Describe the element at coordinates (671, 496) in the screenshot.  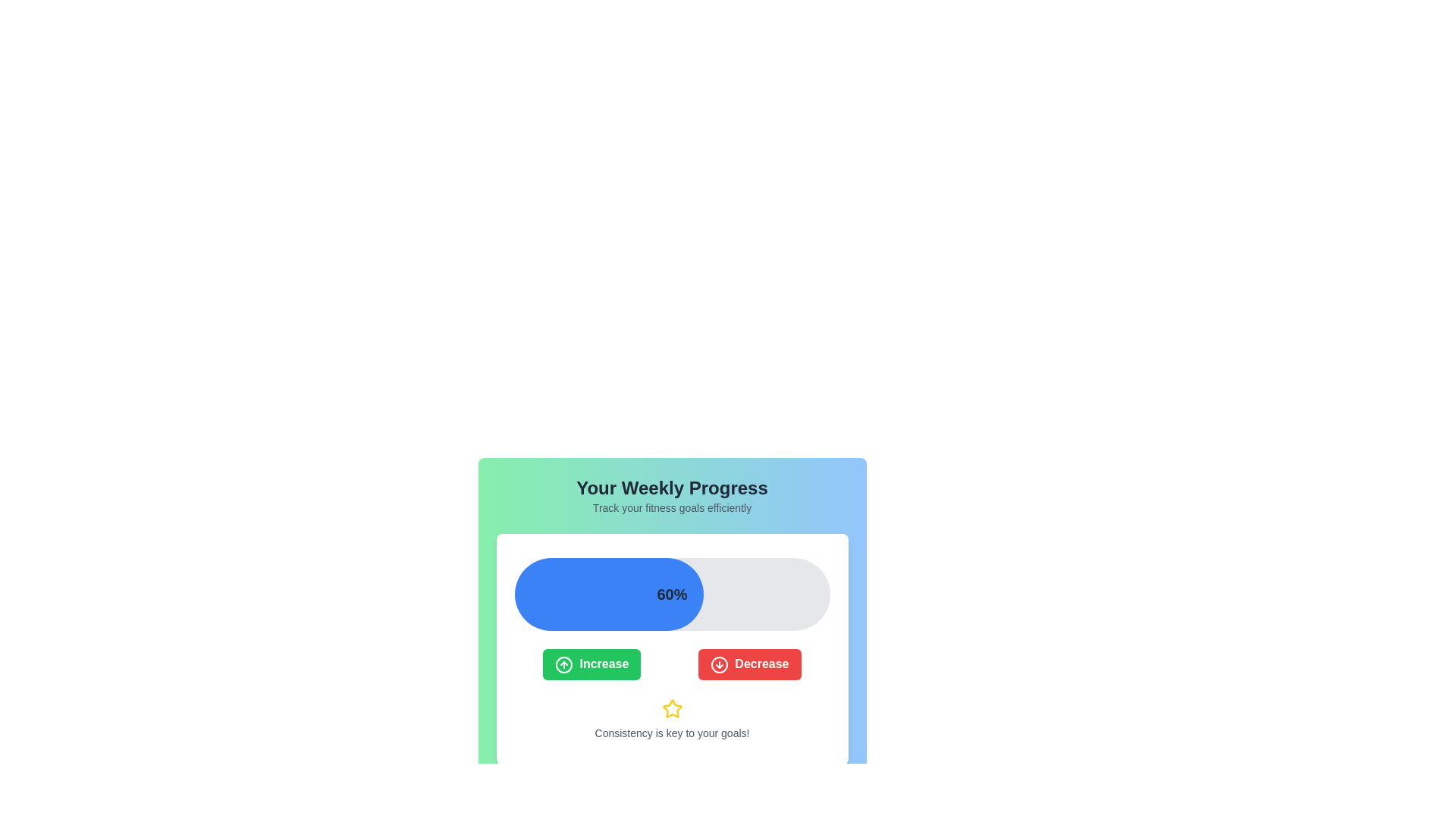
I see `text from the Text Header located at the top of the rectangular card with a gradient green-to-blue background, above the progress bar and buttons labeled 'Increase' and 'Decrease'` at that location.